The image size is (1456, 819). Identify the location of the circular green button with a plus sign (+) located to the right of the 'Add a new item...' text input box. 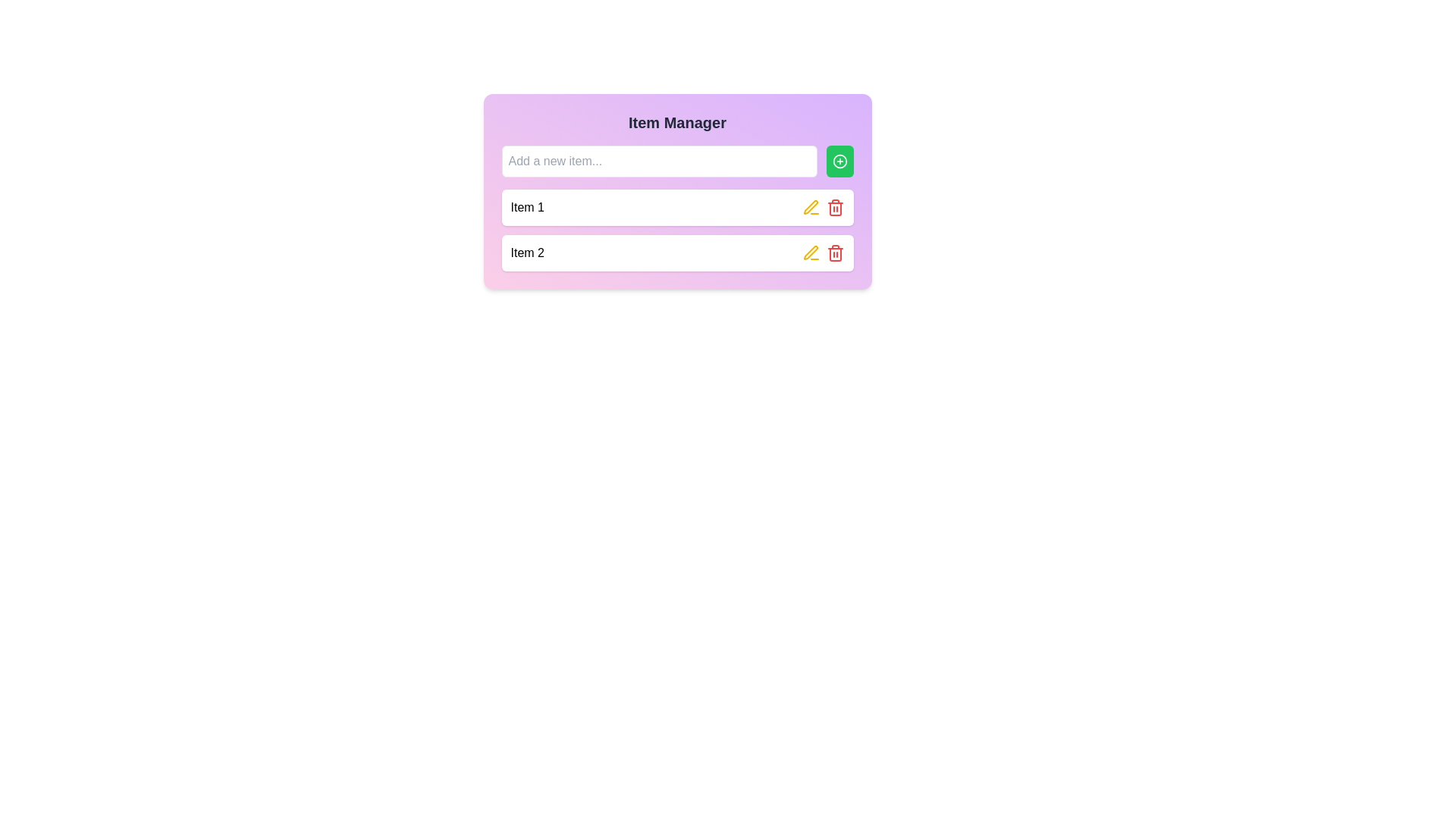
(839, 161).